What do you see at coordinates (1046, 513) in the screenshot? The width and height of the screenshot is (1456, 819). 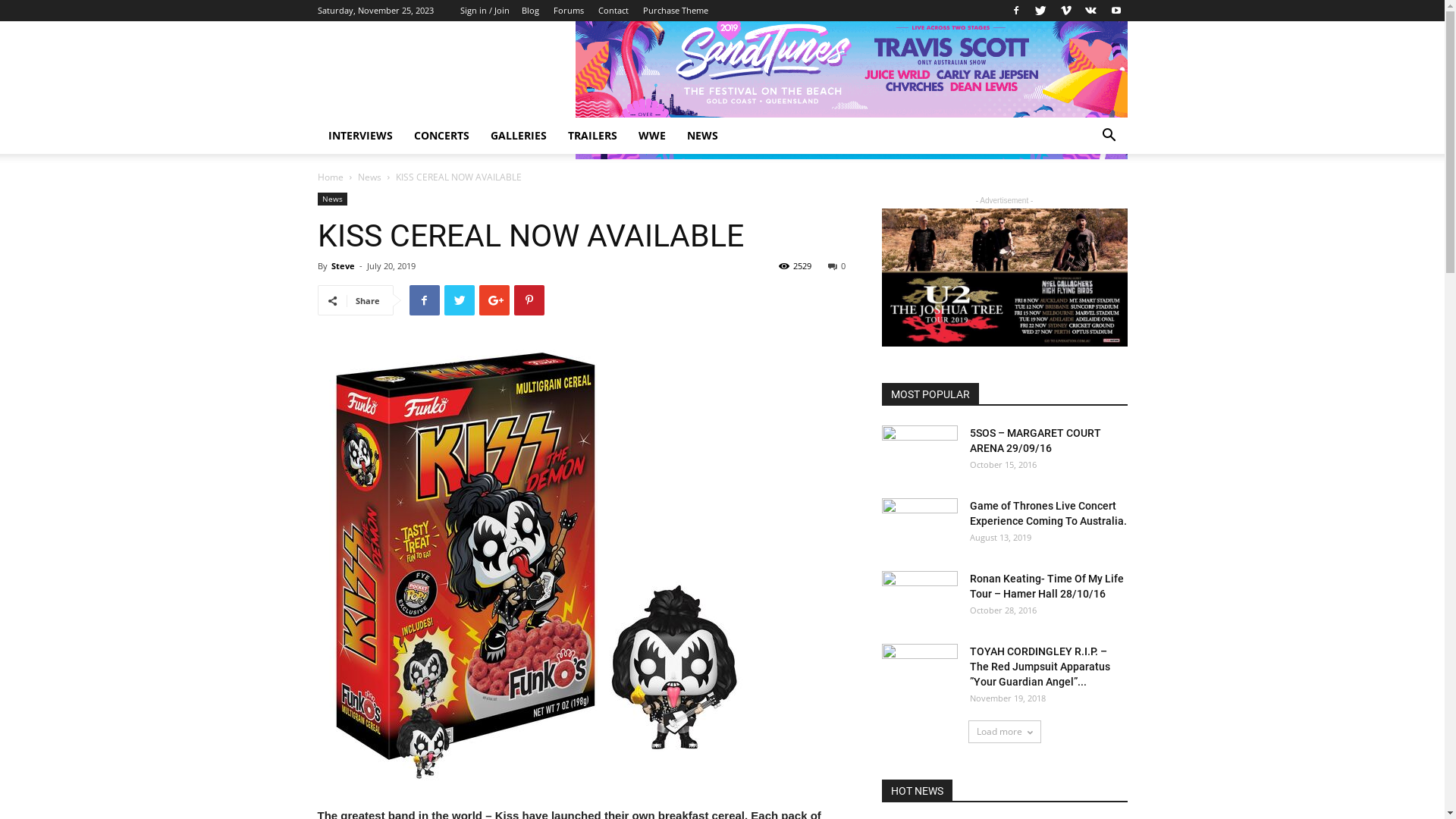 I see `'Game of Thrones Live Concert Experience Coming To Australia.'` at bounding box center [1046, 513].